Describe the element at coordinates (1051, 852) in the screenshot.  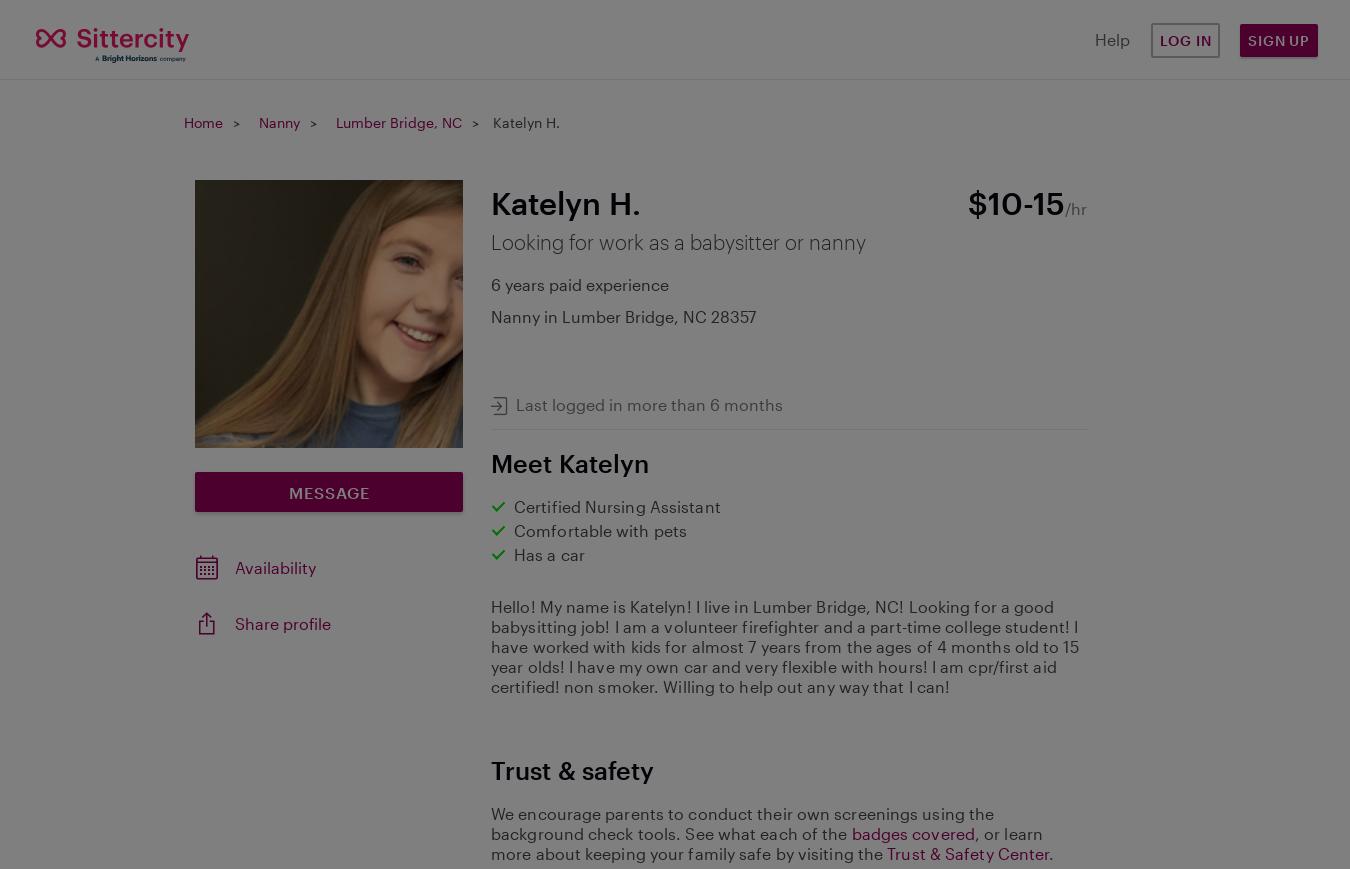
I see `'.'` at that location.